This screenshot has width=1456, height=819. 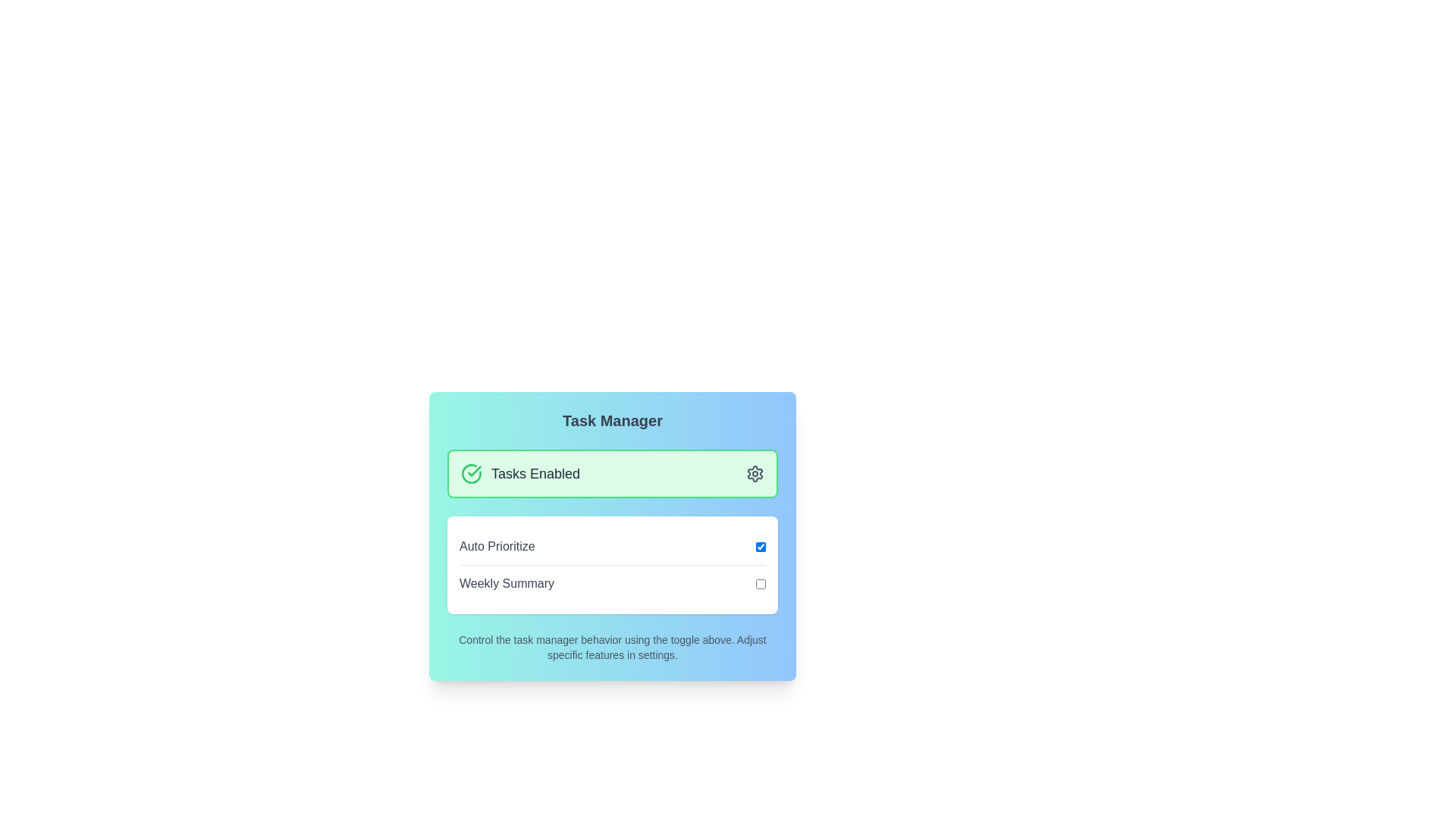 I want to click on the settings gear icon located in the green panel at the top of the 'Task Manager' interface, so click(x=755, y=472).